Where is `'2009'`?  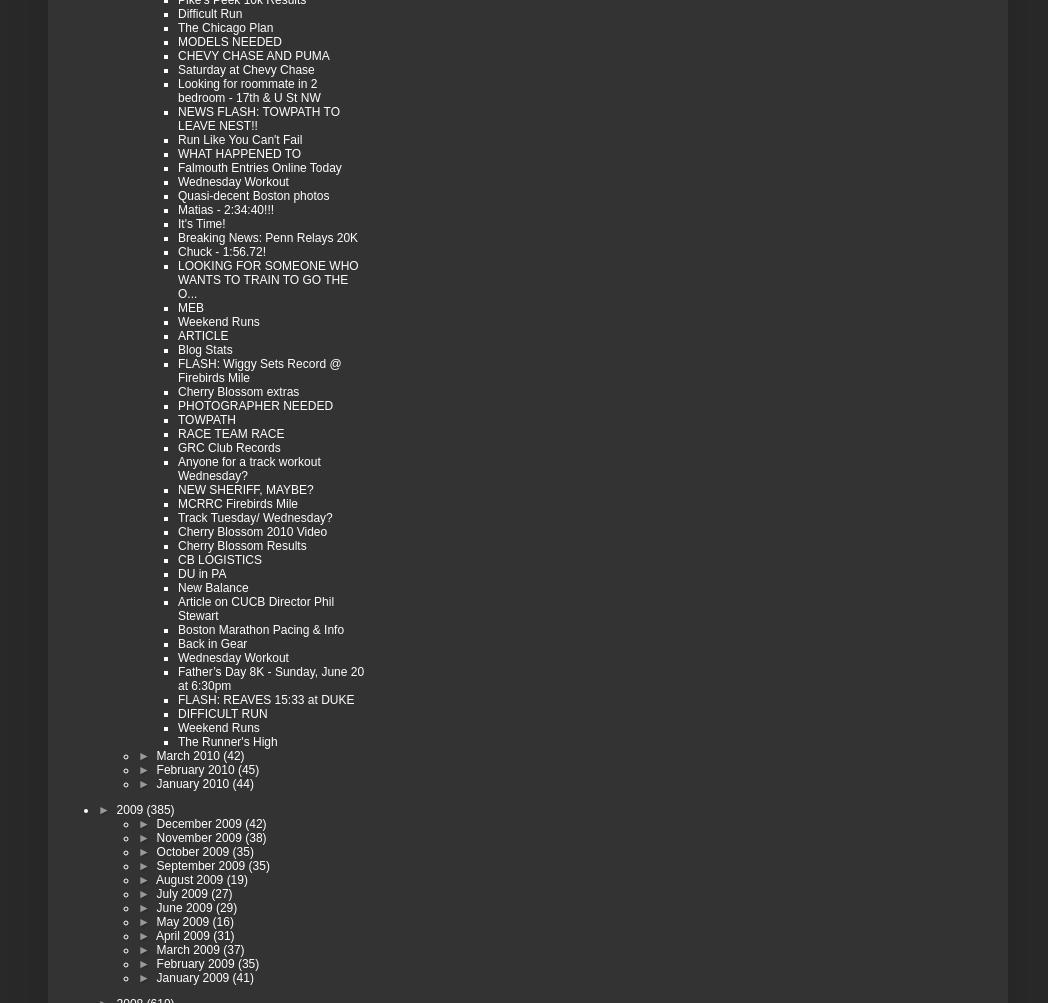 '2009' is located at coordinates (130, 809).